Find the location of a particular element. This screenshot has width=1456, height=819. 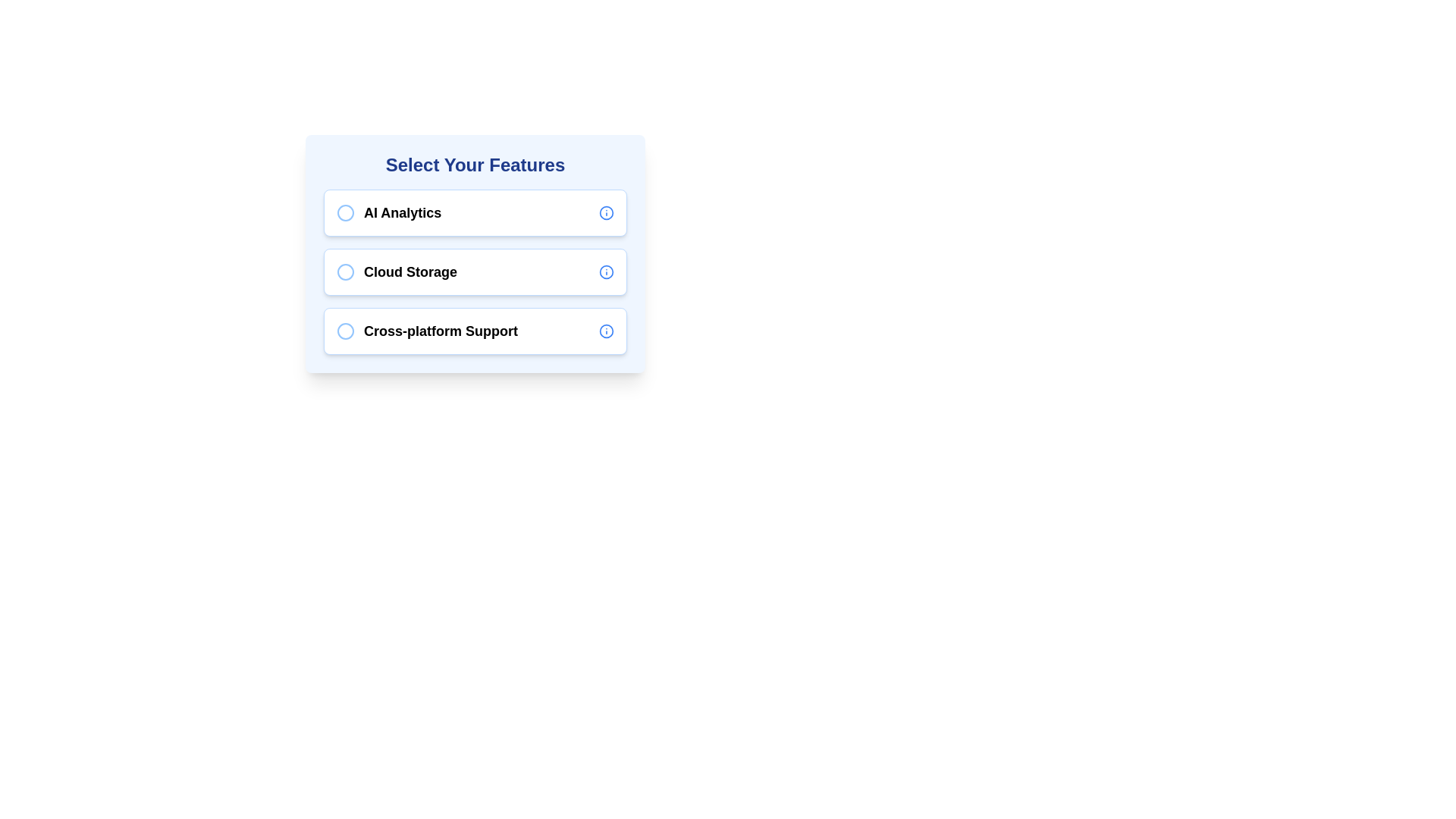

circular light blue icon with a stroke outline located to the left of the text label 'Cross-platform Support' is located at coordinates (345, 330).